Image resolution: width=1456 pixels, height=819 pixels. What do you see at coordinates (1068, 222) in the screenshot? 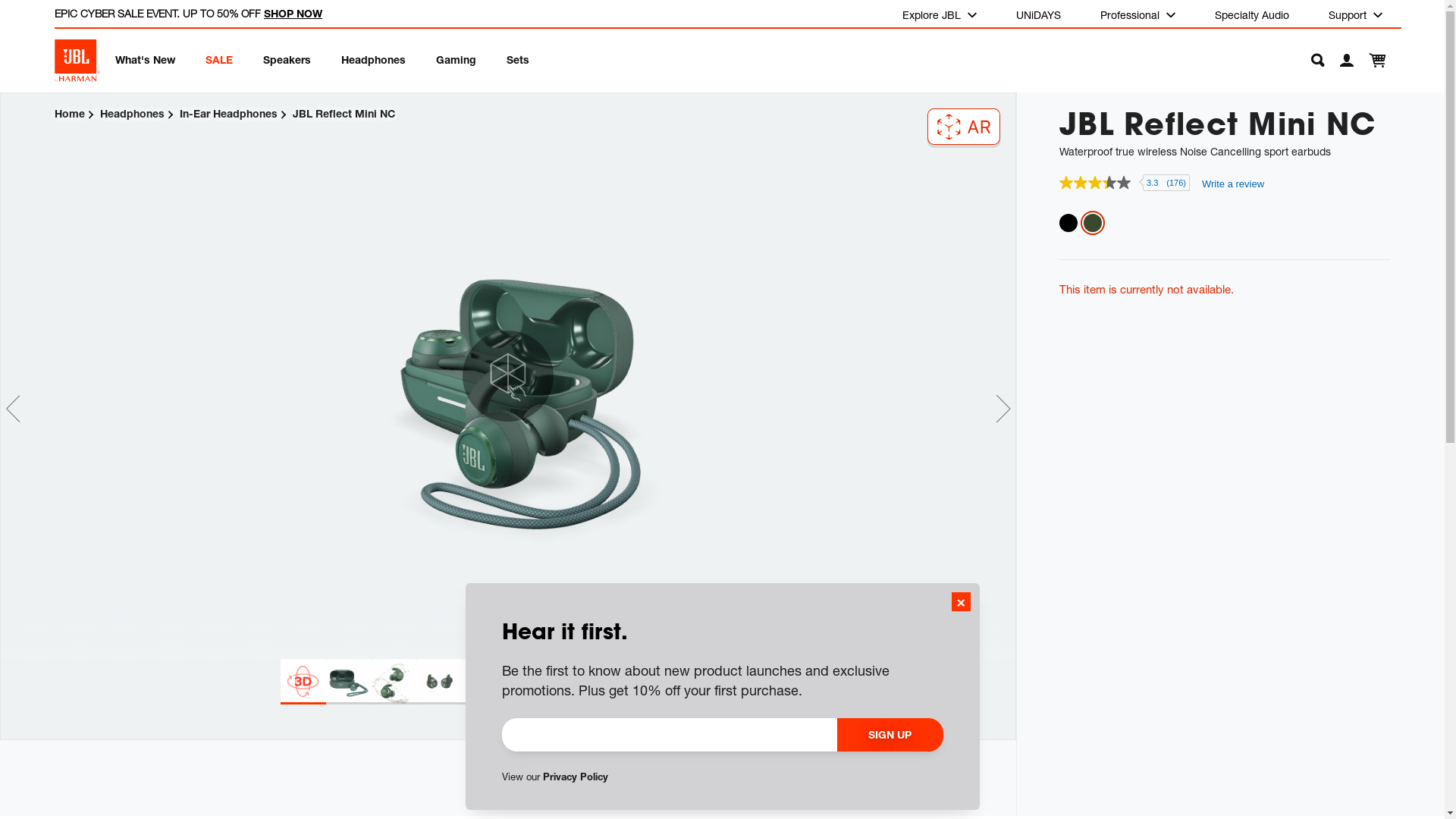
I see `'Black'` at bounding box center [1068, 222].